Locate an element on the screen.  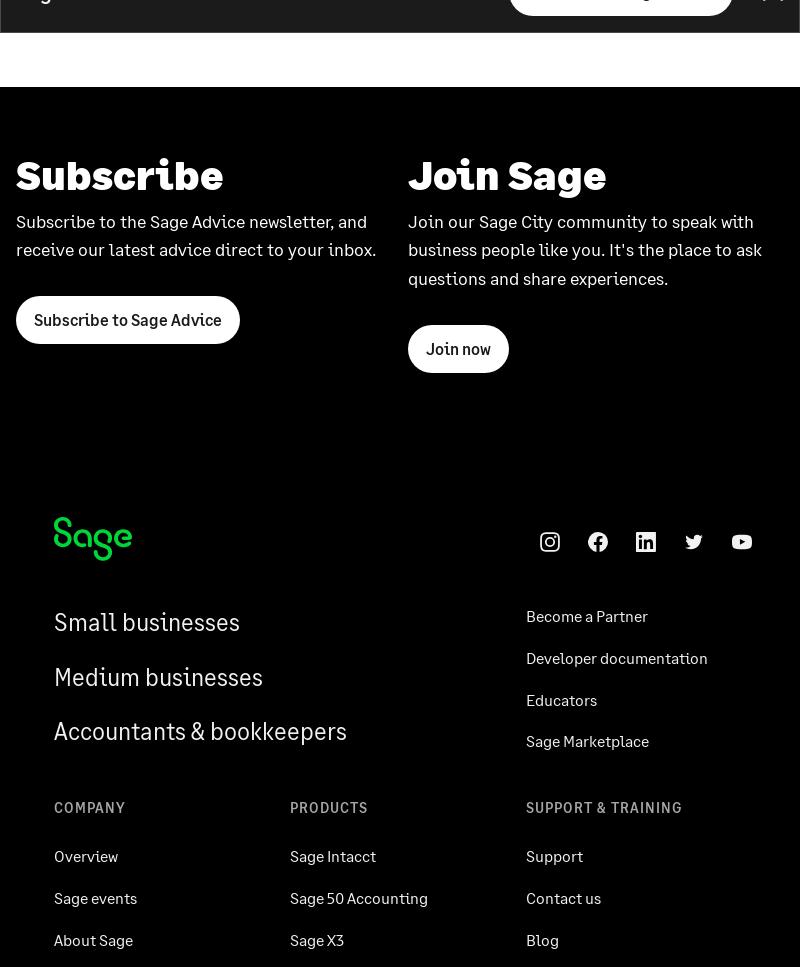
'Join our Sage City community to speak with business people like you. It's the place to ask questions and share experiences.' is located at coordinates (583, 249).